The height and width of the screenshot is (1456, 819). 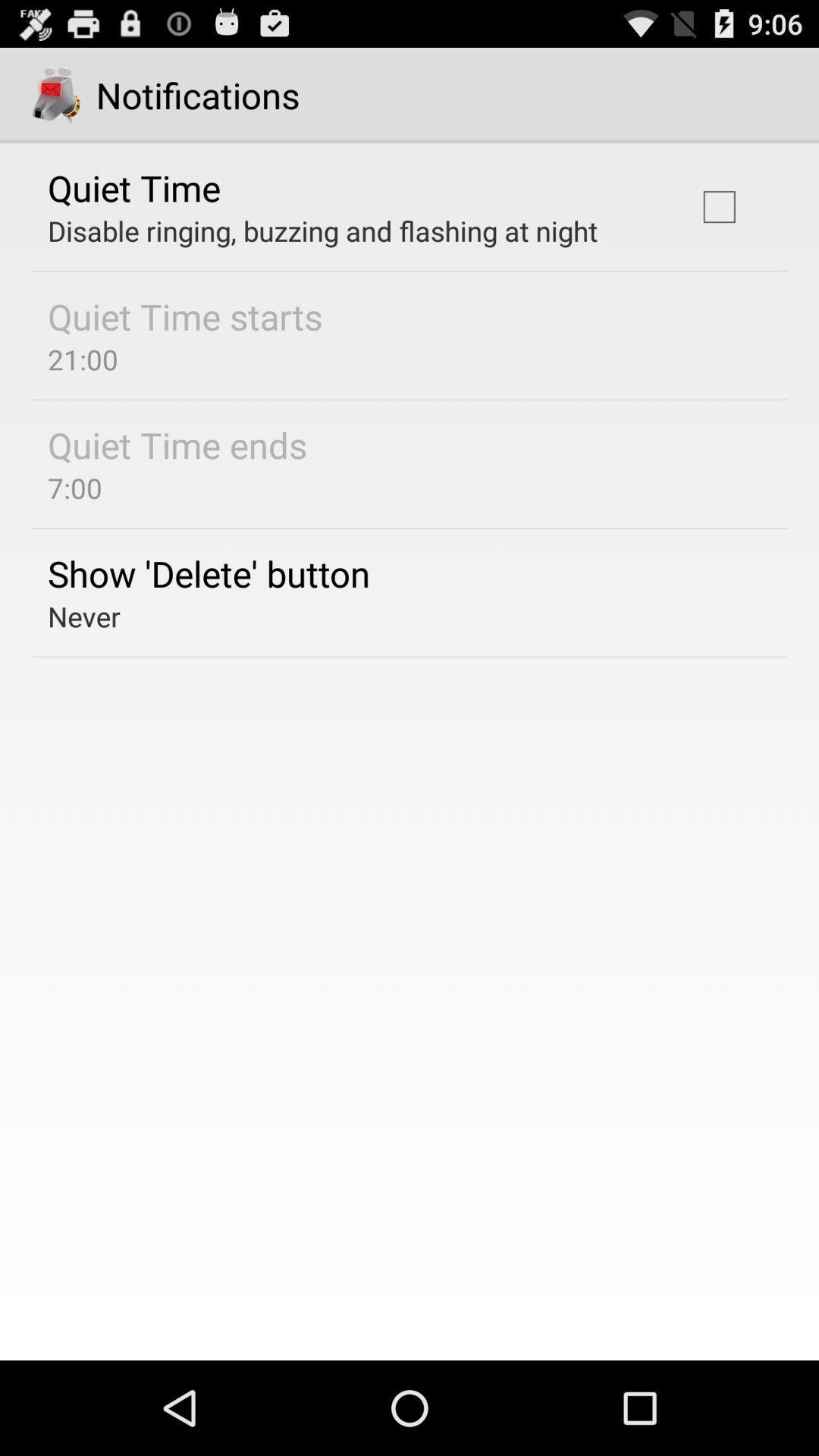 I want to click on the disable ringing buzzing, so click(x=322, y=230).